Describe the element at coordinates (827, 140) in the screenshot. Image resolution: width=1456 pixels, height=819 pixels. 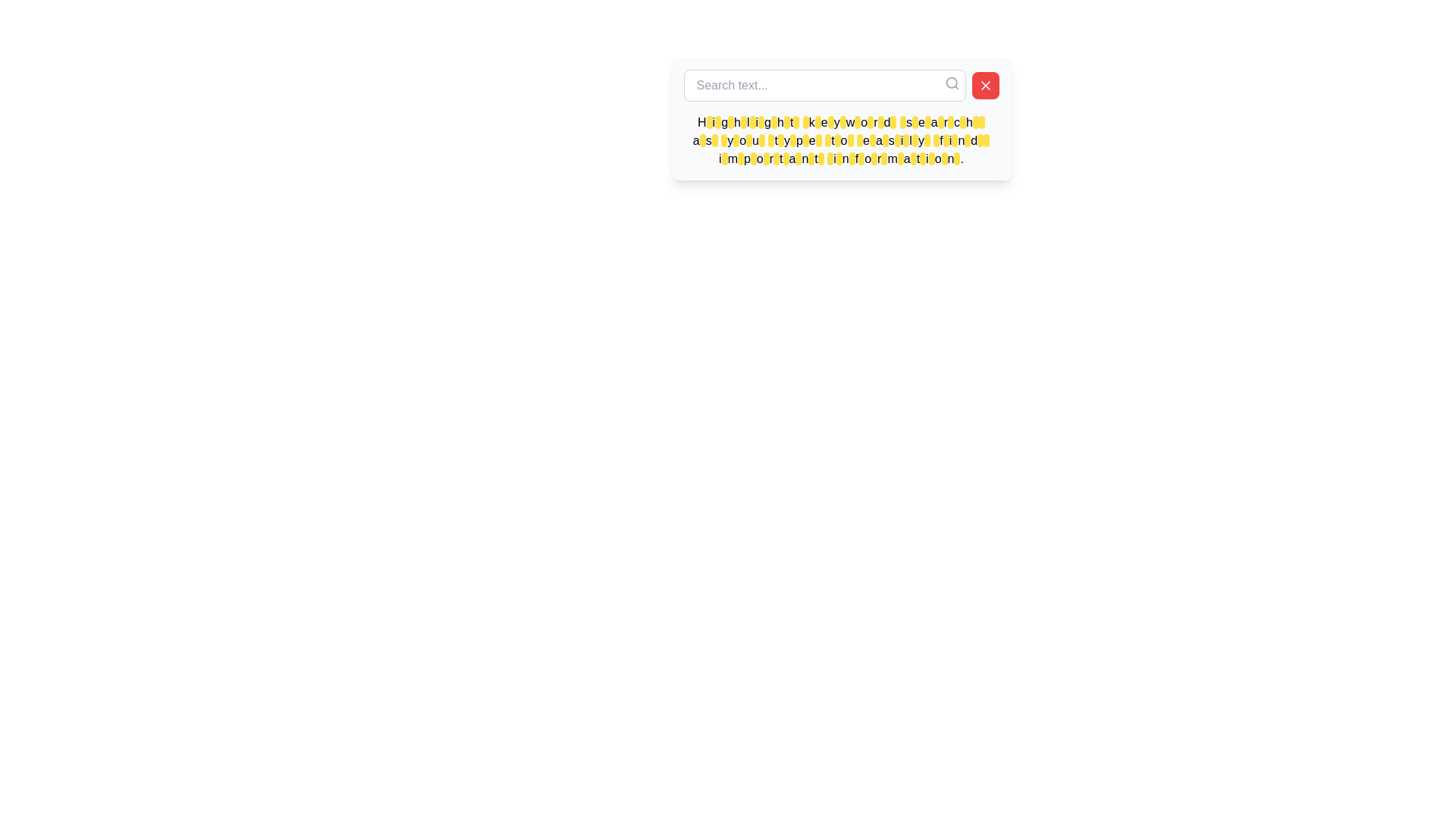
I see `the 12th highlighted segment within the text 'Highlight keyword search as you type to easily find important information.'` at that location.